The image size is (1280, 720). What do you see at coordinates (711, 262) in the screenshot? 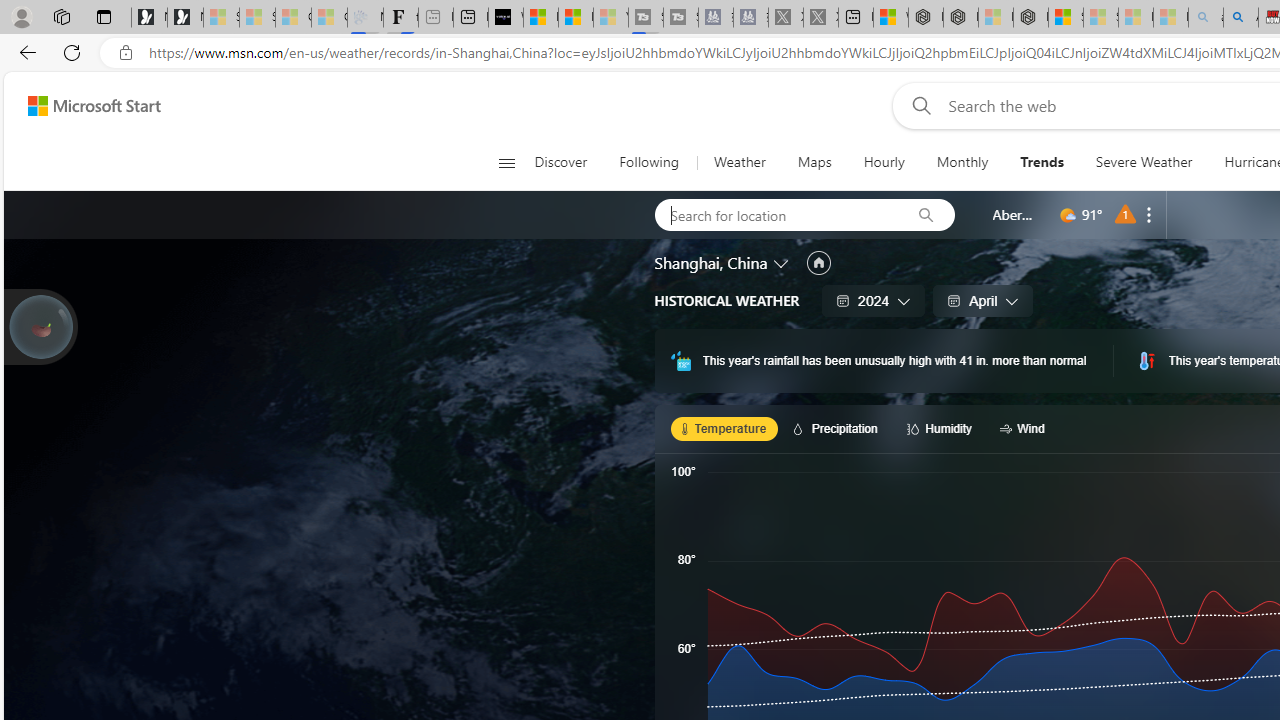
I see `'Shanghai, China'` at bounding box center [711, 262].